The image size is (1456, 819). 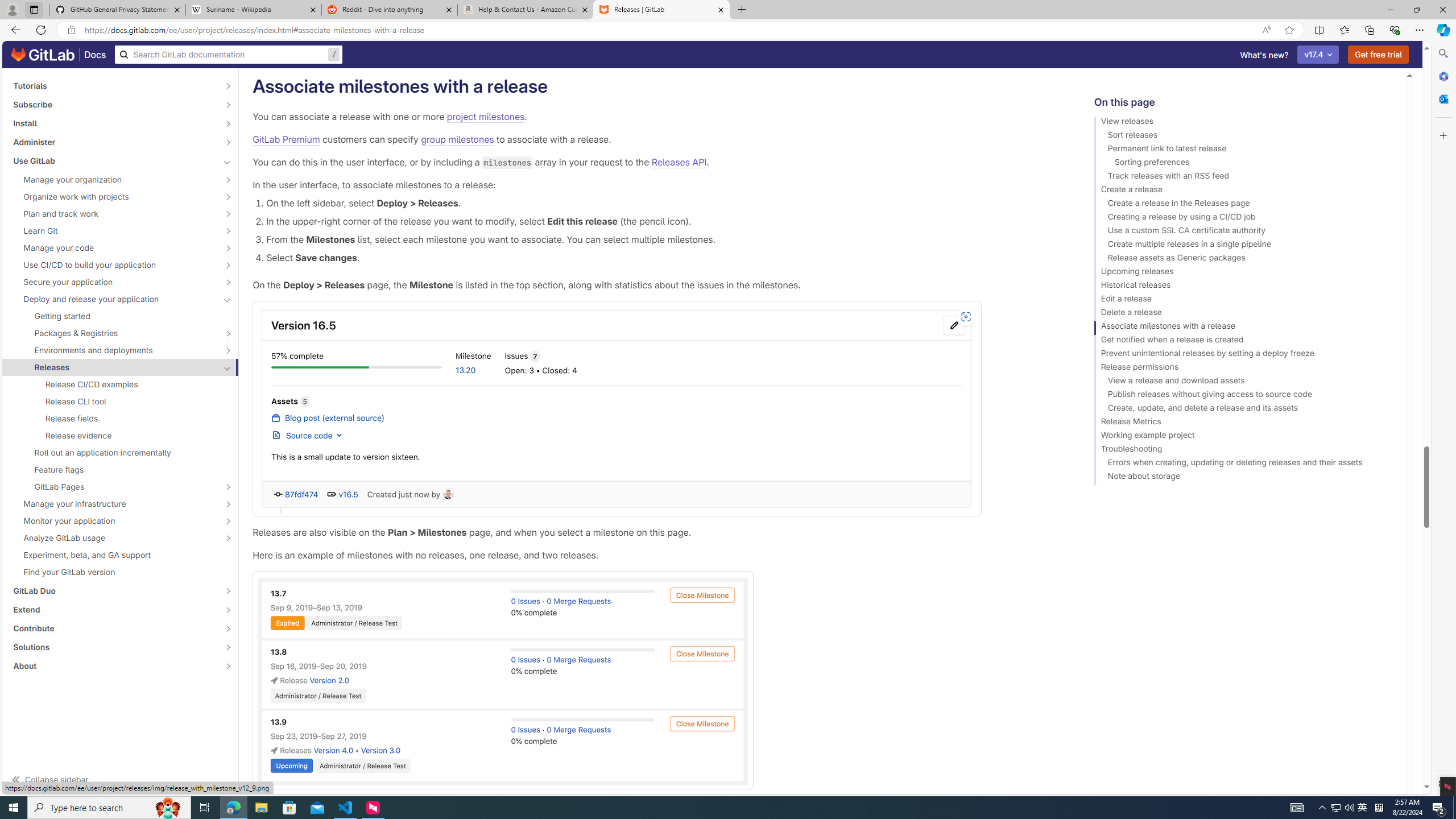 I want to click on 'Sort releases', so click(x=1244, y=136).